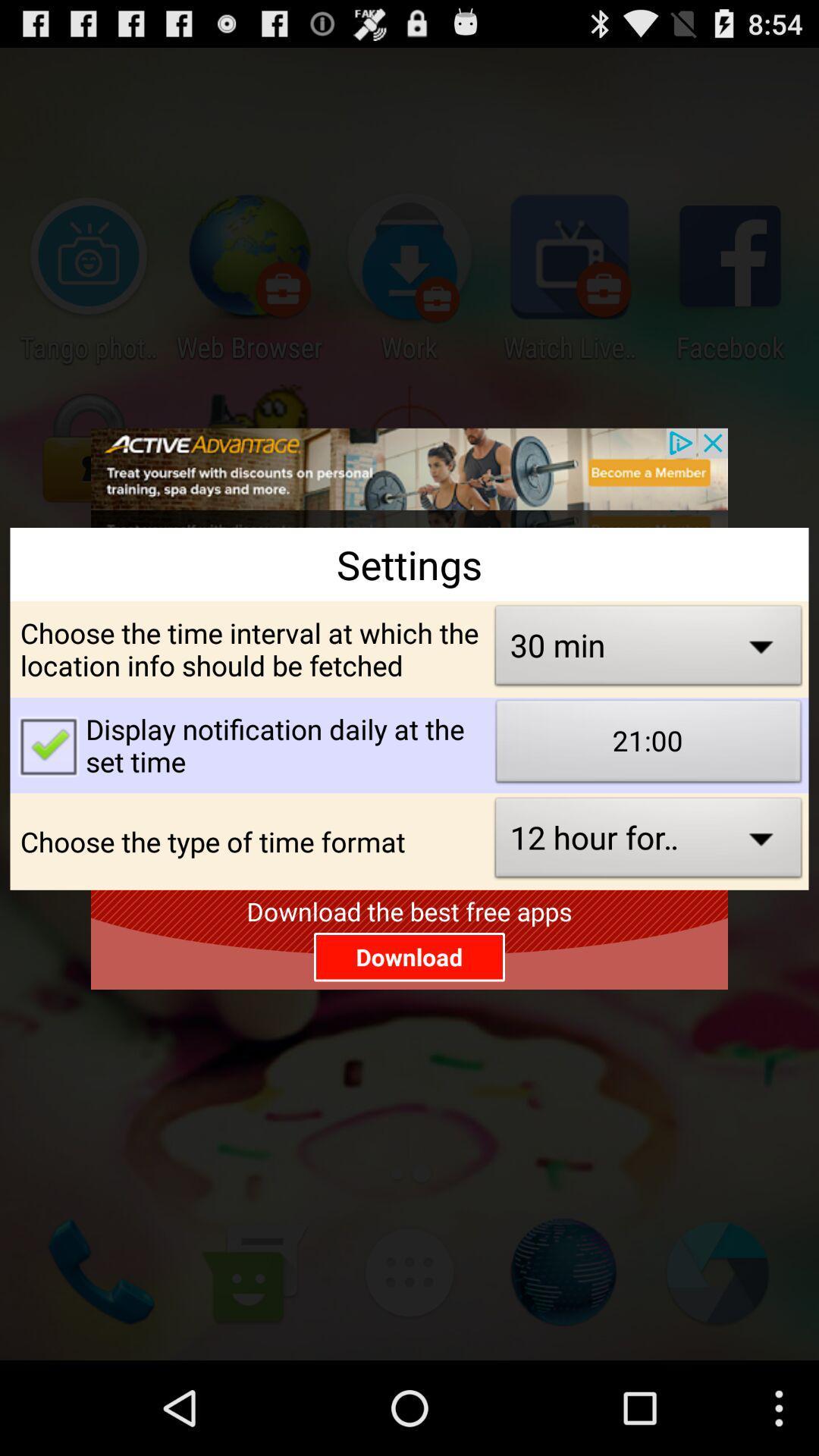  What do you see at coordinates (409, 477) in the screenshot?
I see `advertisement` at bounding box center [409, 477].